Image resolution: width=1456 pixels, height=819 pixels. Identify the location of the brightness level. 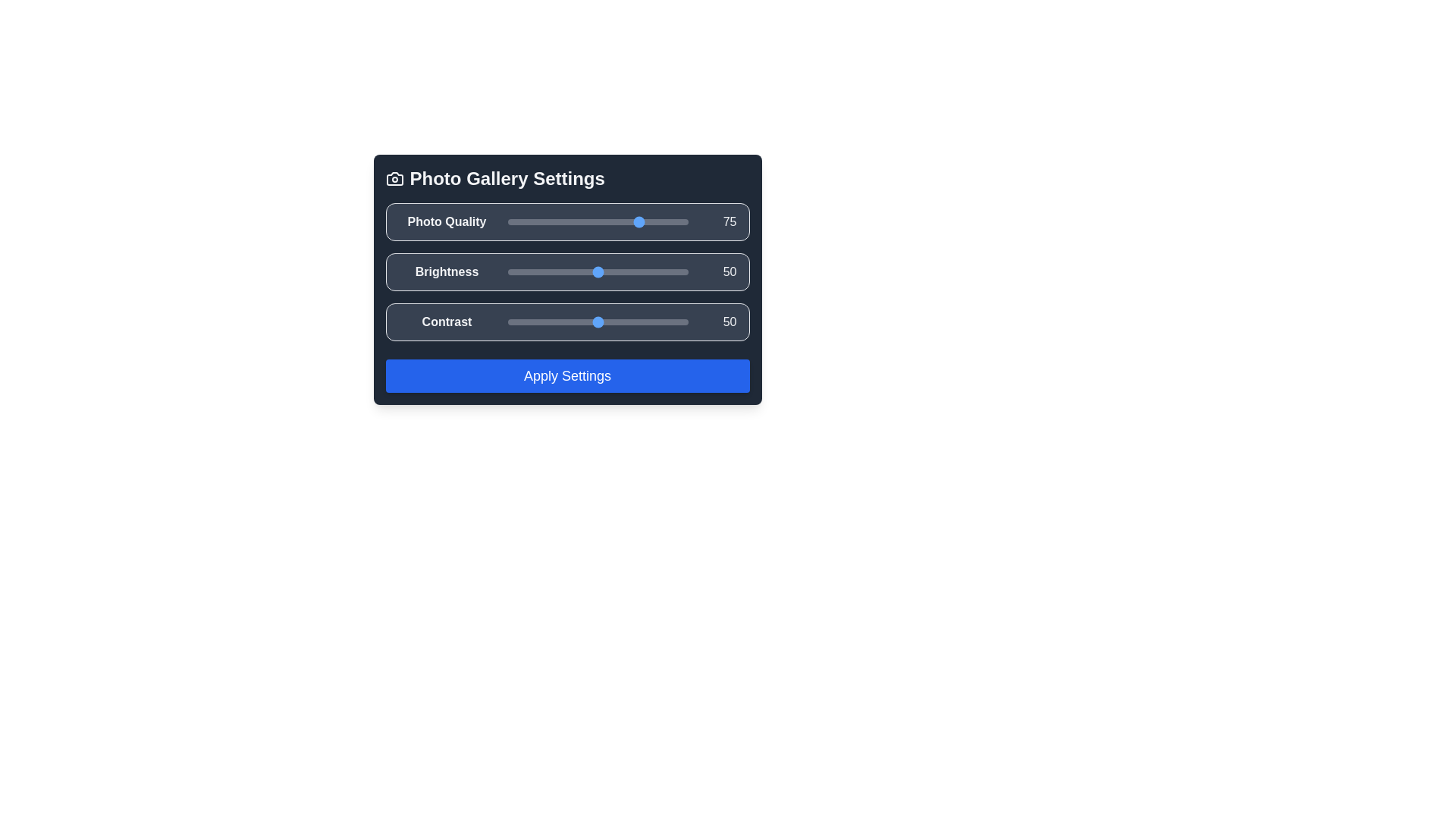
(516, 271).